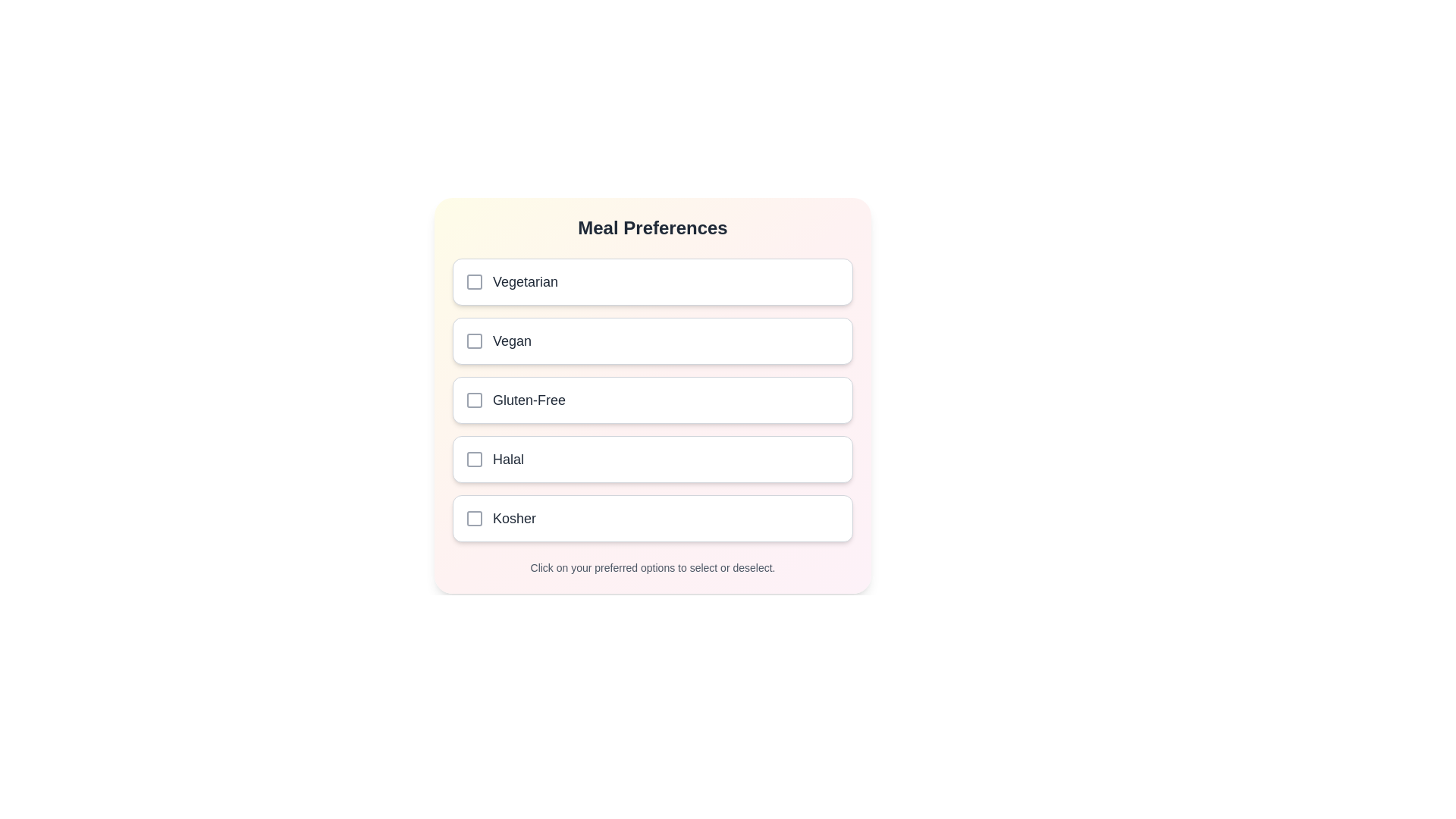 The width and height of the screenshot is (1456, 819). What do you see at coordinates (652, 458) in the screenshot?
I see `the meal preference Halal` at bounding box center [652, 458].